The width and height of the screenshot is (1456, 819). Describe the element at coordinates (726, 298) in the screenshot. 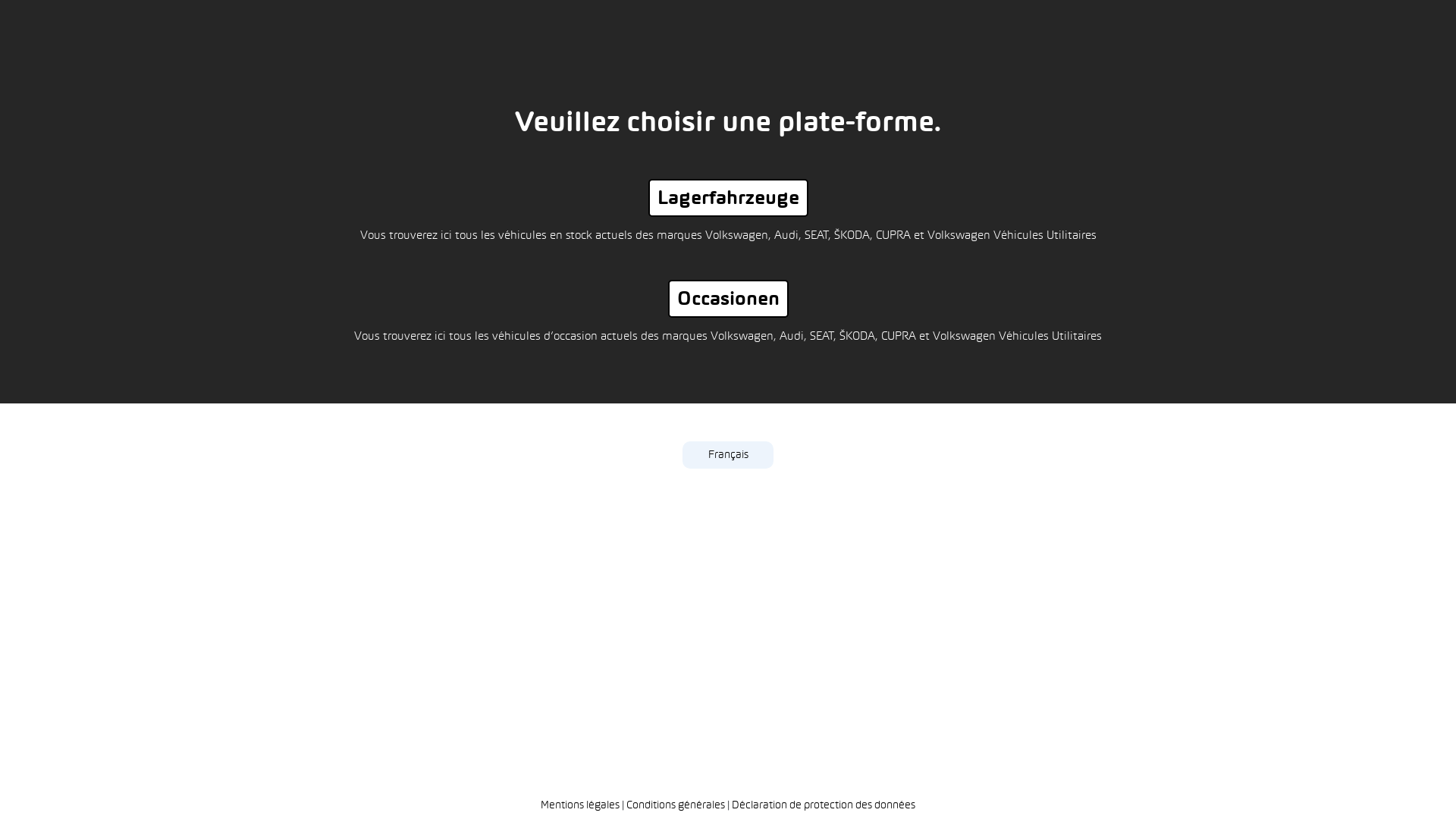

I see `'Occasionen'` at that location.